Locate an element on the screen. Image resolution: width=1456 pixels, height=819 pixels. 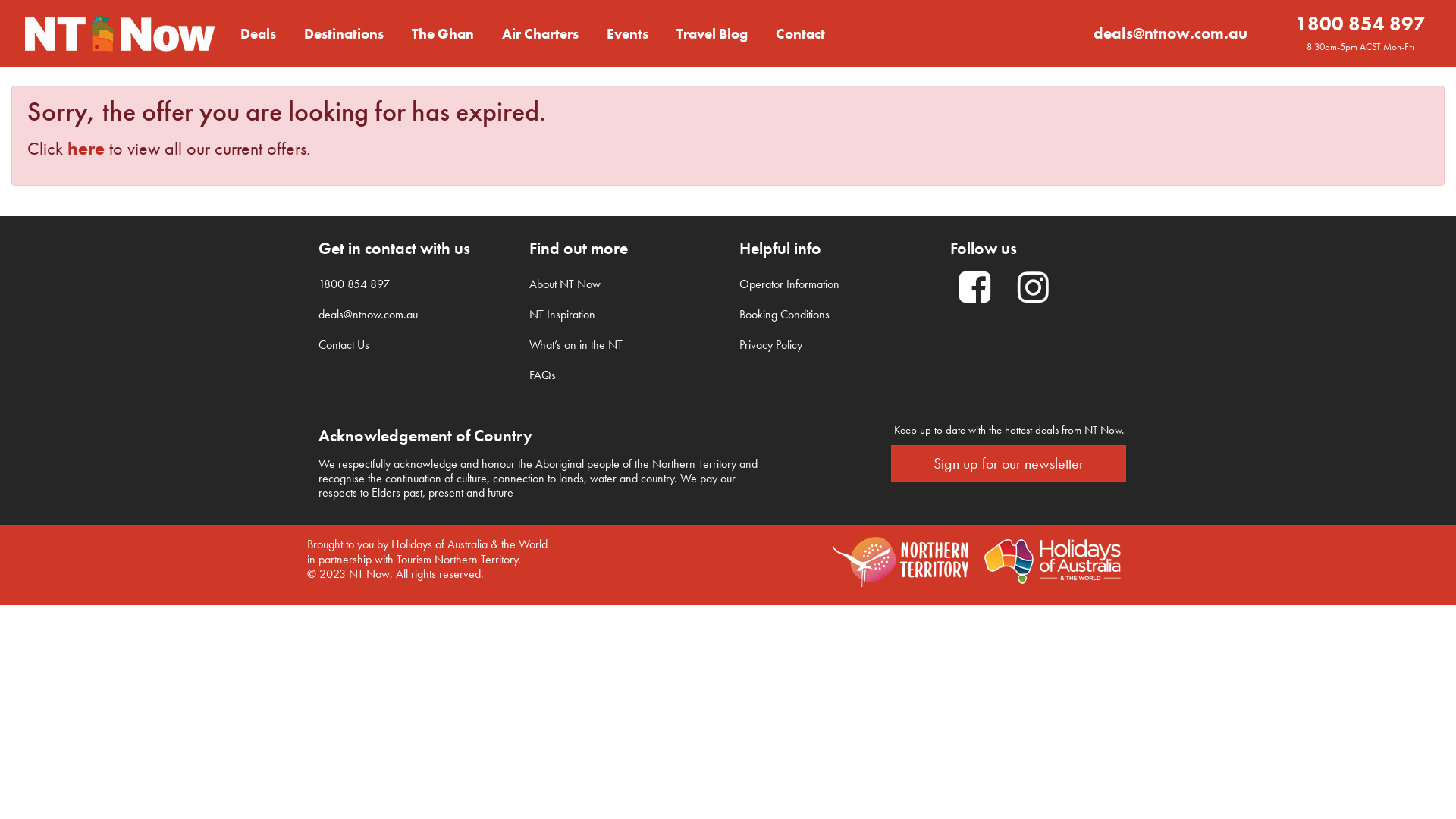
'1800 854 897' is located at coordinates (318, 284).